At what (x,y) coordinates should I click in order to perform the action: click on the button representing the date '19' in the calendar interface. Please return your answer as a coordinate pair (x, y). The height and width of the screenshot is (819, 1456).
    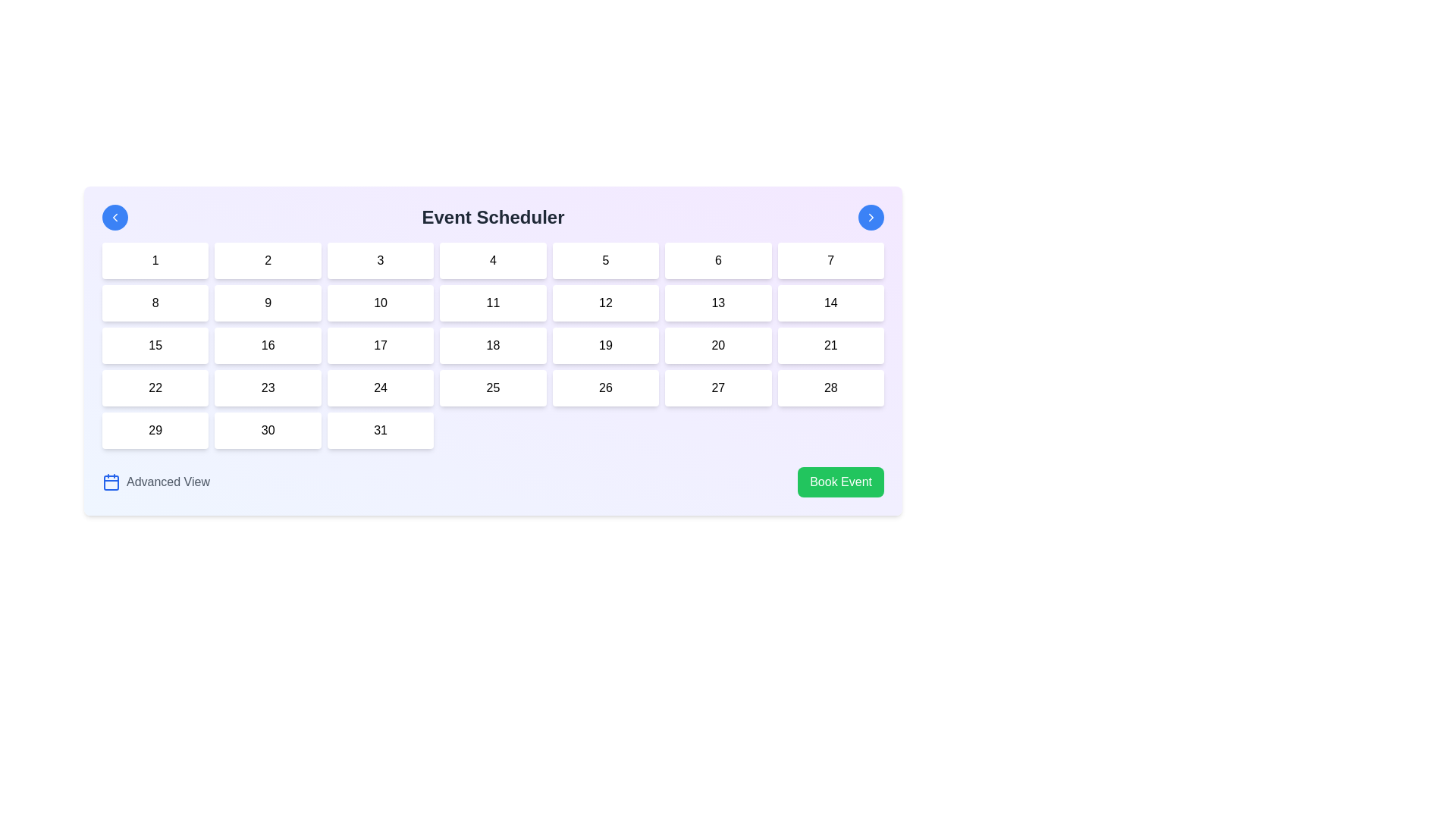
    Looking at the image, I should click on (604, 345).